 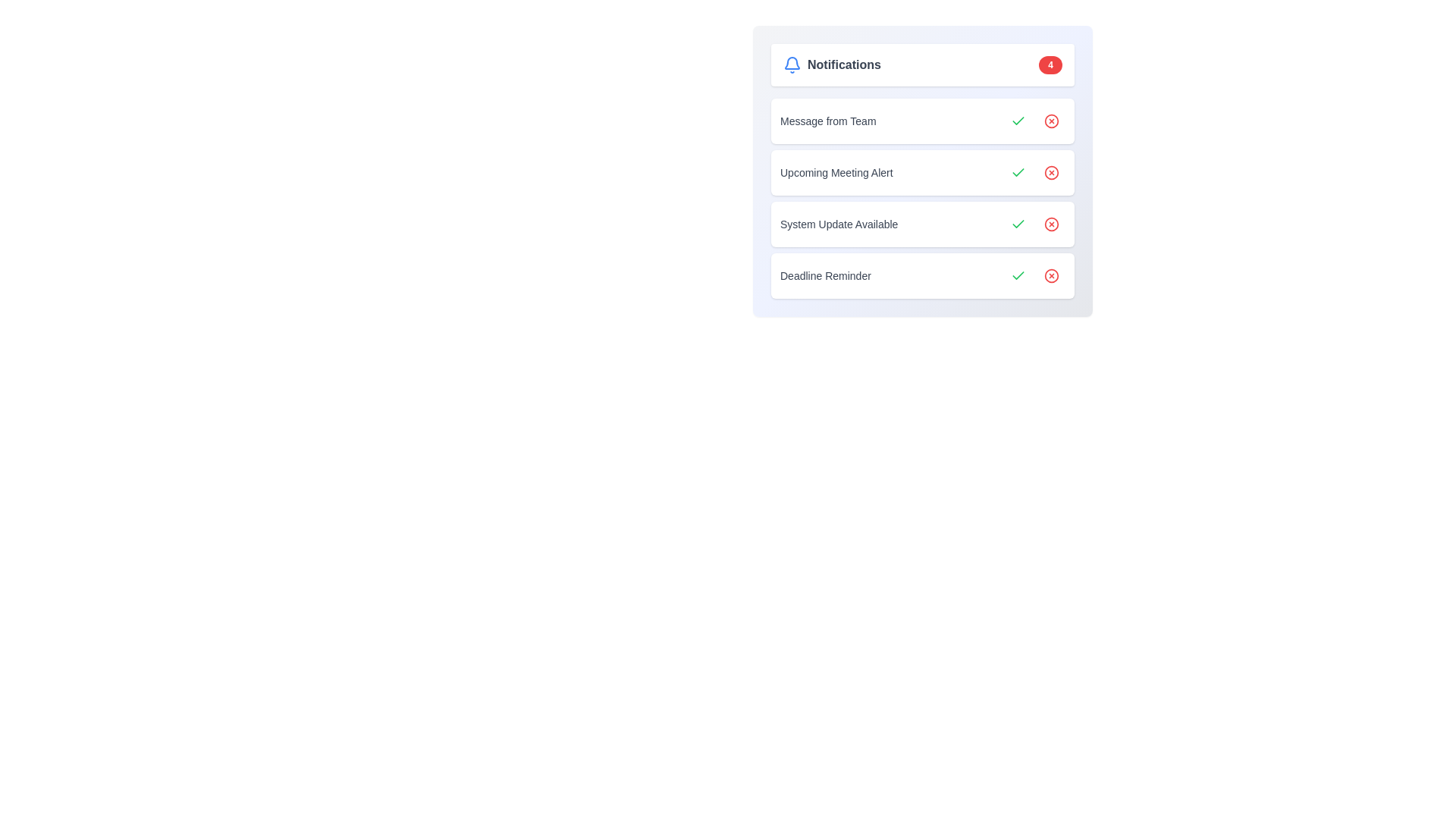 What do you see at coordinates (1034, 120) in the screenshot?
I see `the interactive control panel containing the green checkmark and red cross buttons` at bounding box center [1034, 120].